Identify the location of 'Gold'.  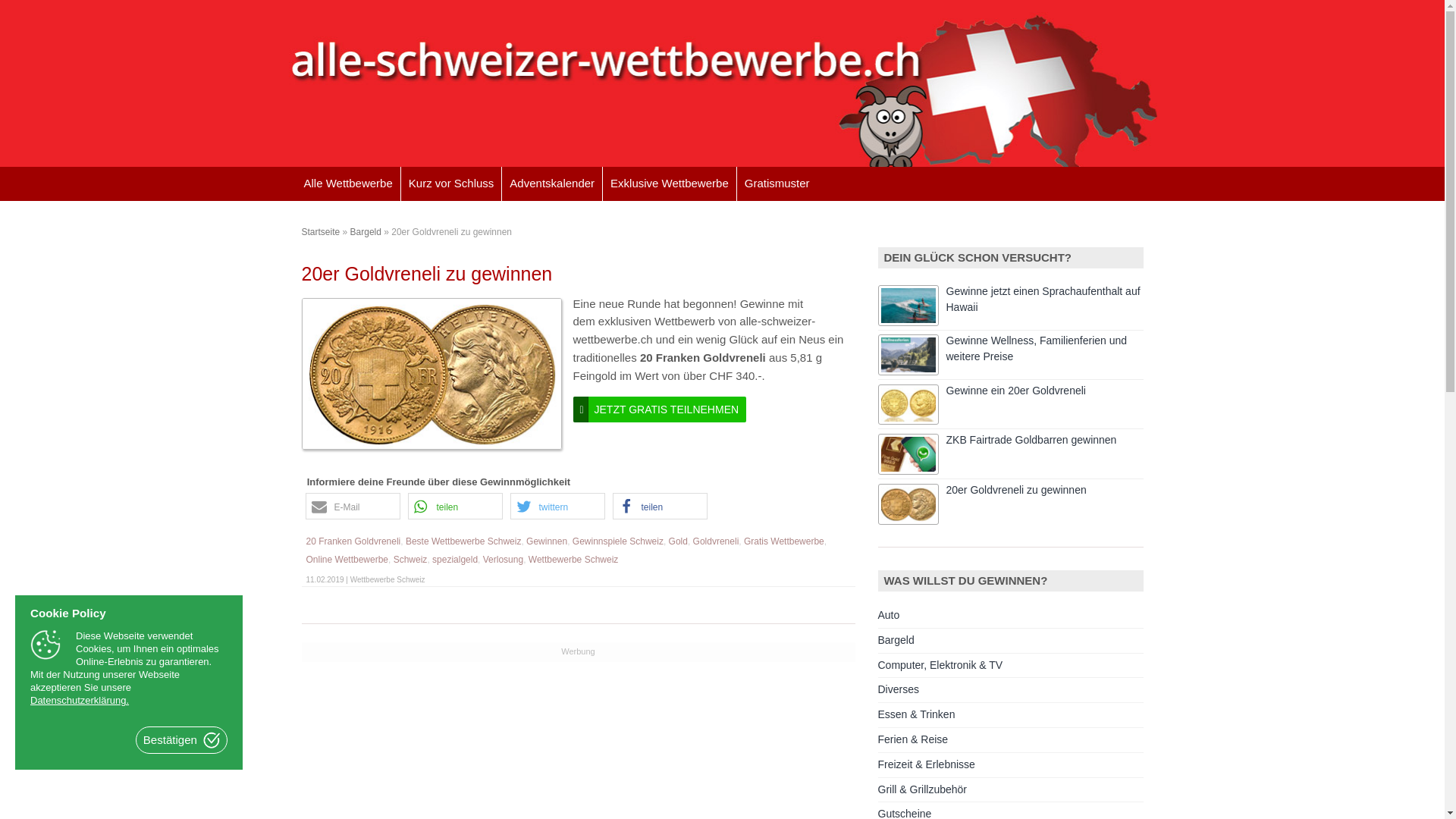
(677, 540).